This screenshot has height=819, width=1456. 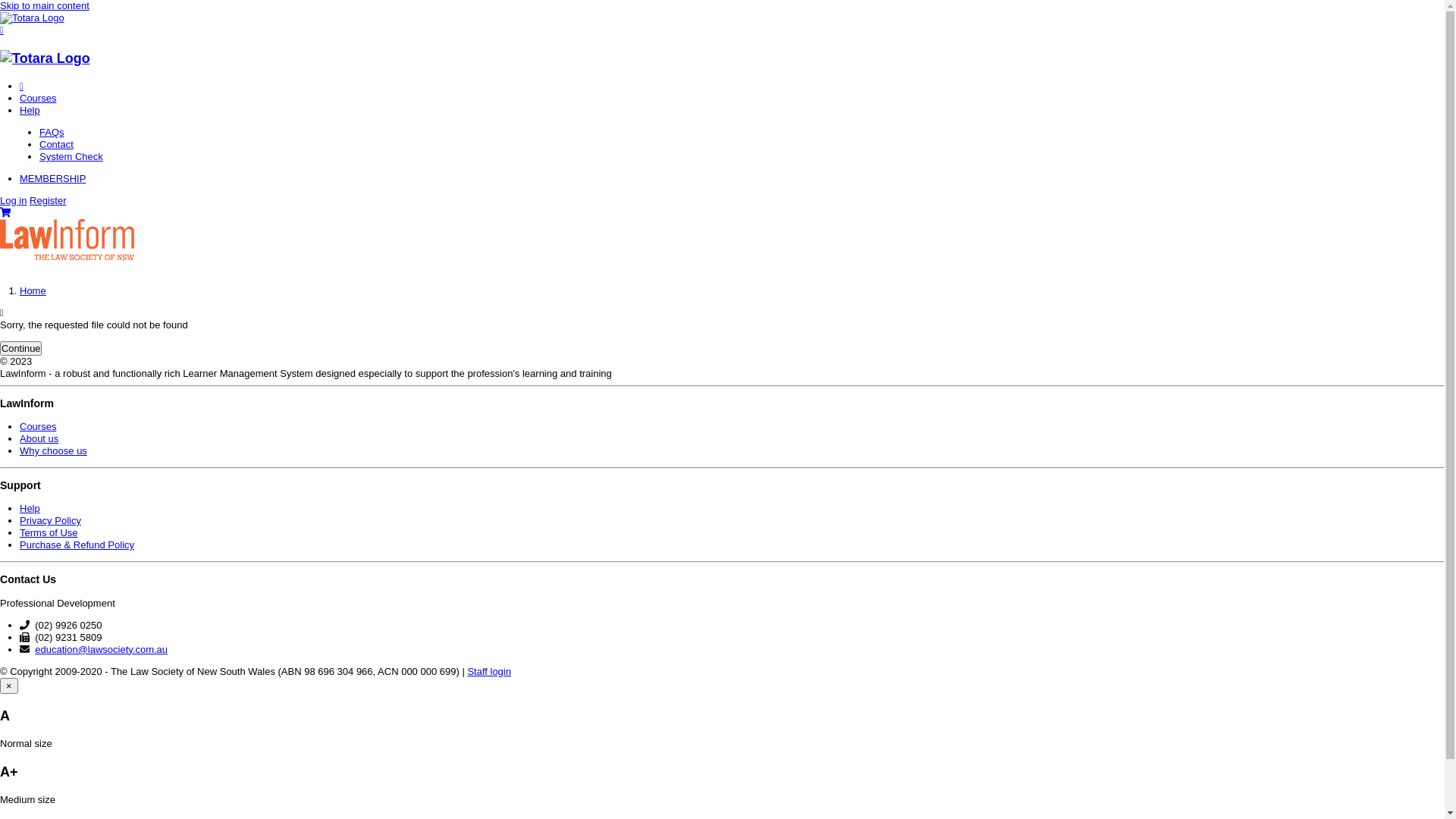 I want to click on 'Skip to main content', so click(x=0, y=5).